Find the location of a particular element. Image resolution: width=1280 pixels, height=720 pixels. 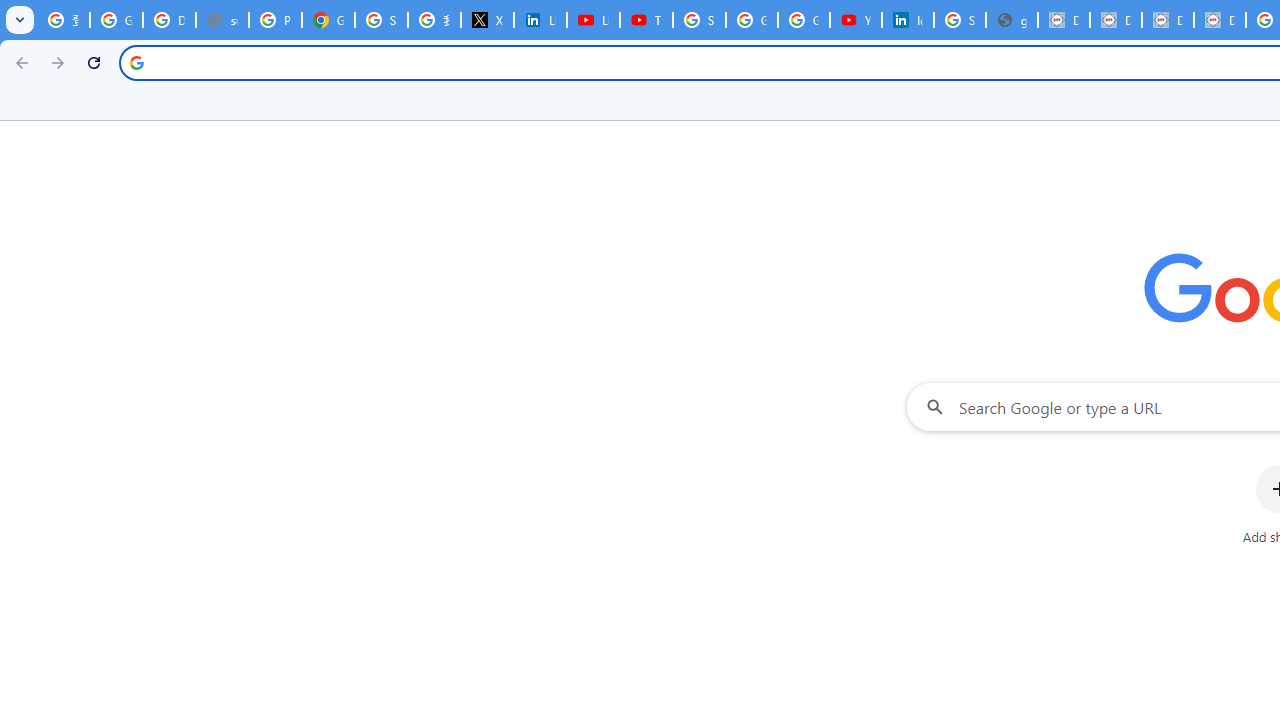

'LinkedIn - YouTube' is located at coordinates (592, 20).